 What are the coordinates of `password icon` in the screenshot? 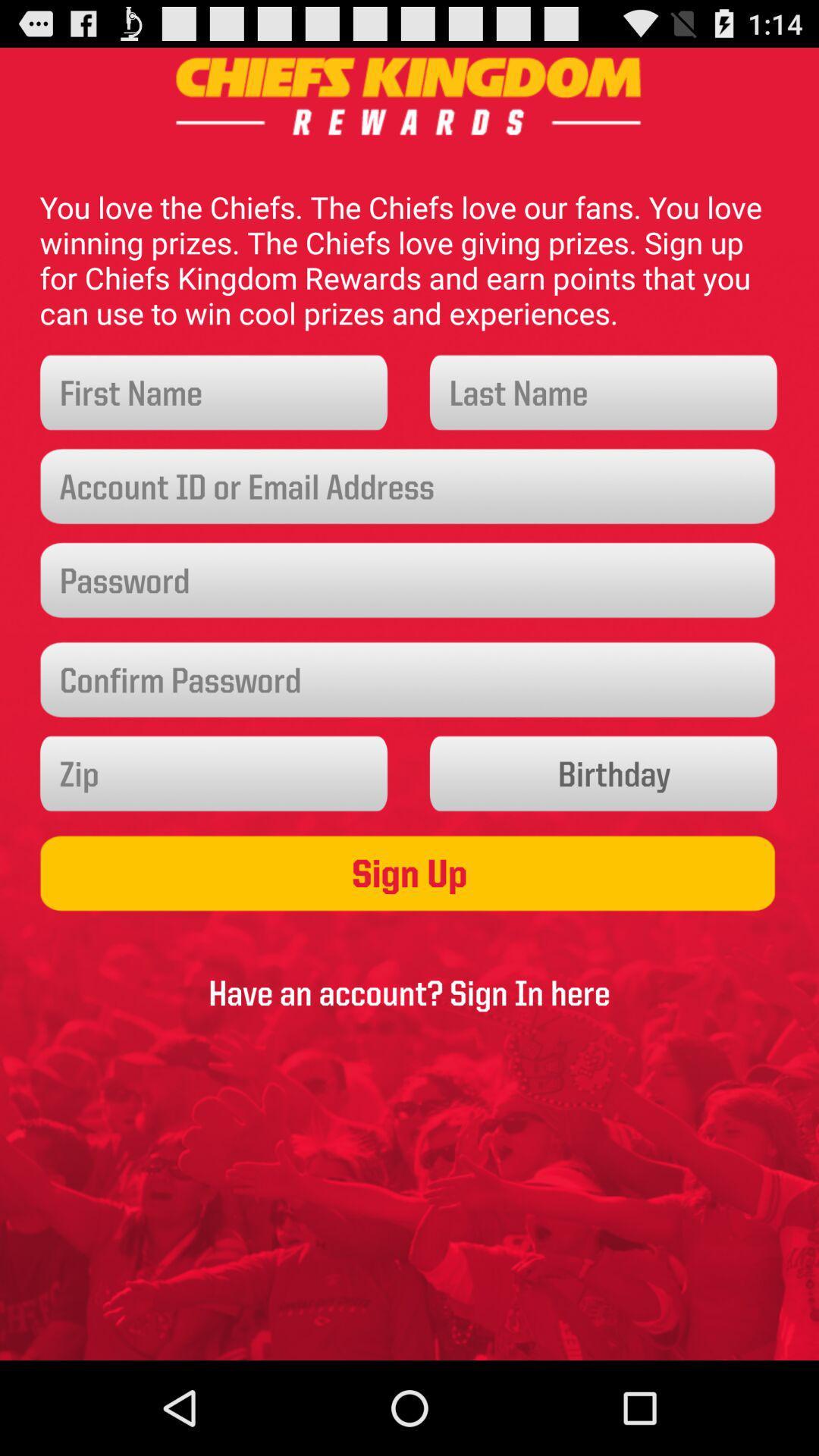 It's located at (409, 579).